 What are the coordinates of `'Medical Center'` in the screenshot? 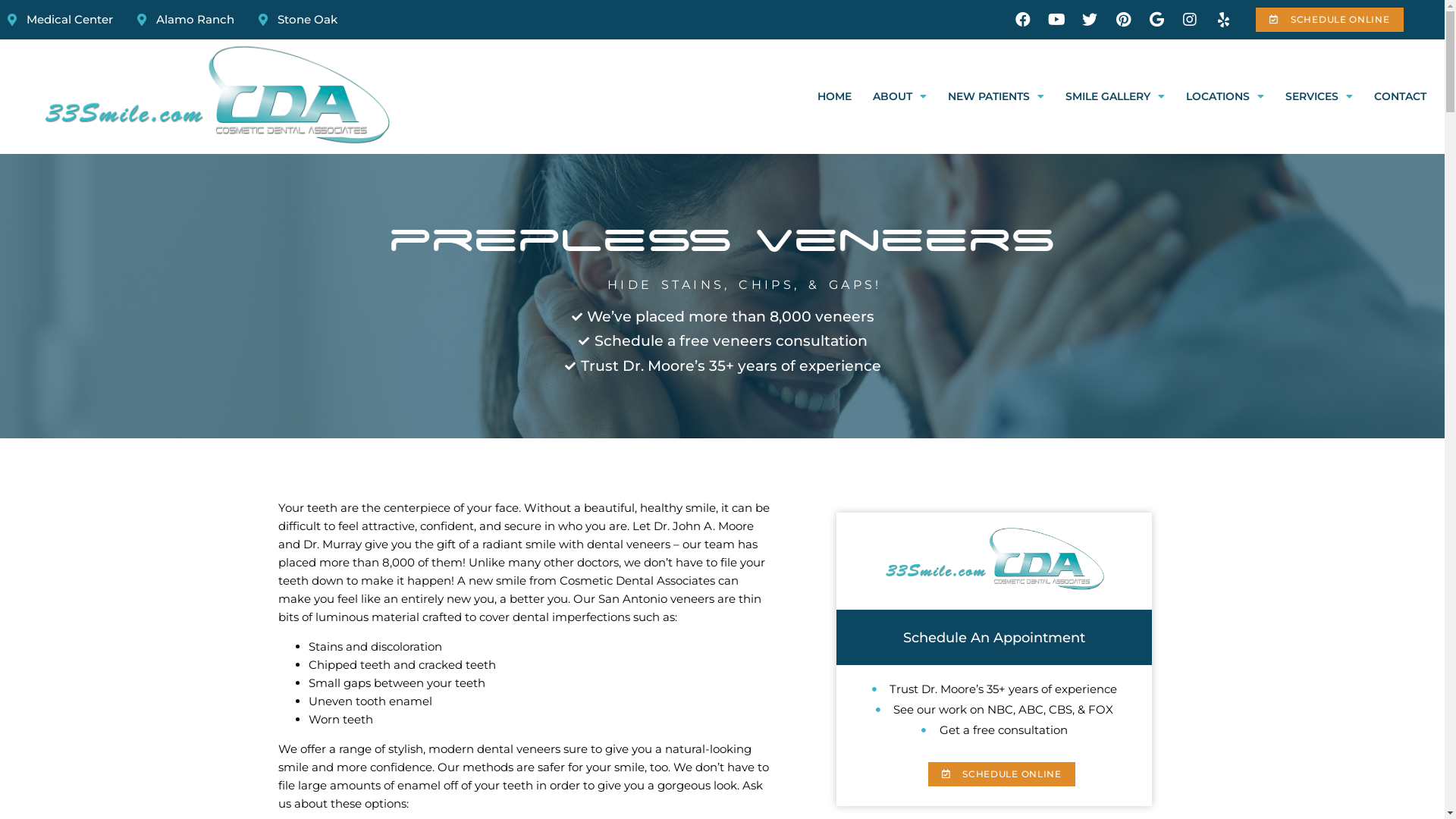 It's located at (60, 20).